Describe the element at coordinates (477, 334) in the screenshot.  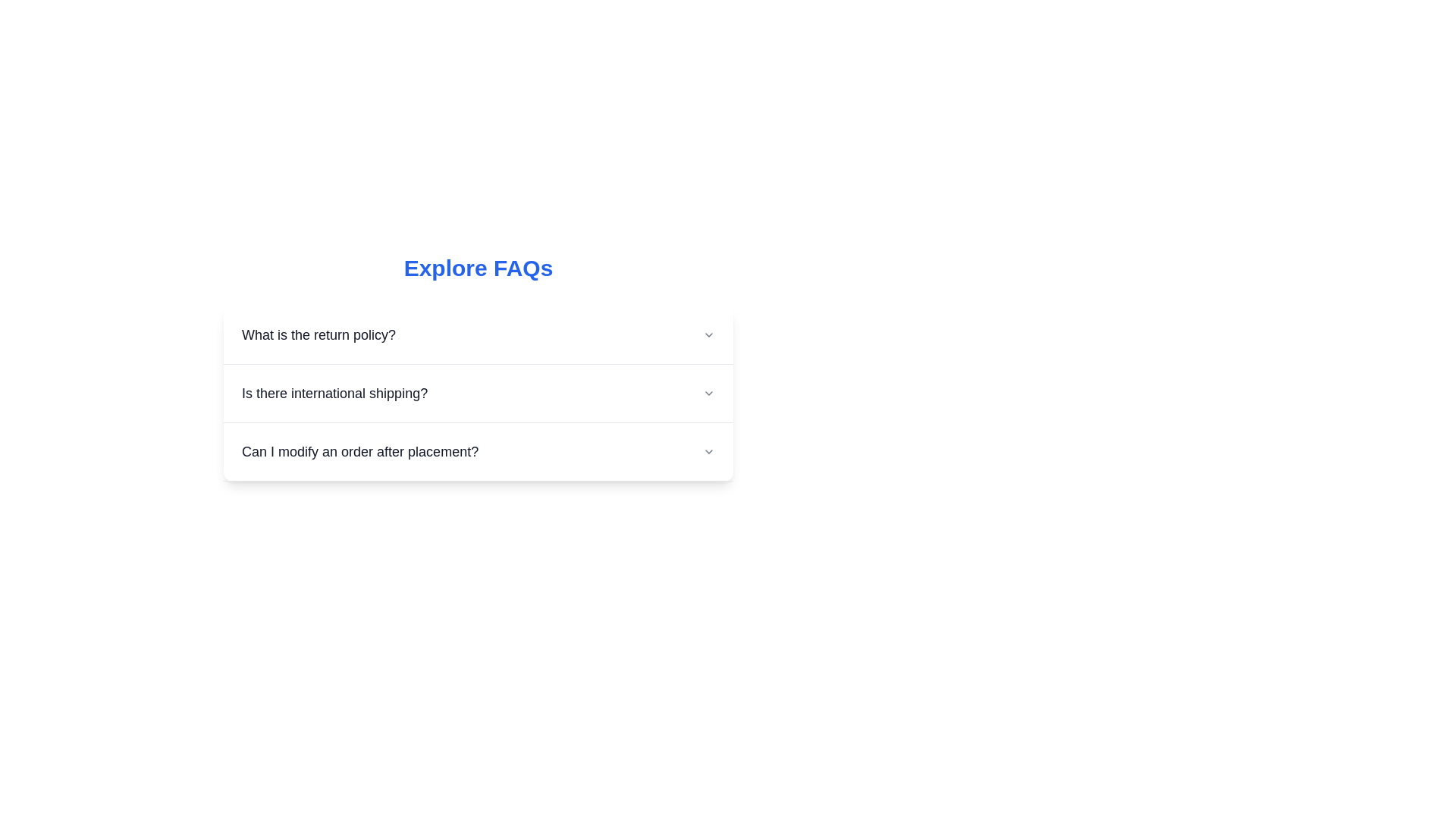
I see `the first FAQ entry in the collapsible list` at that location.